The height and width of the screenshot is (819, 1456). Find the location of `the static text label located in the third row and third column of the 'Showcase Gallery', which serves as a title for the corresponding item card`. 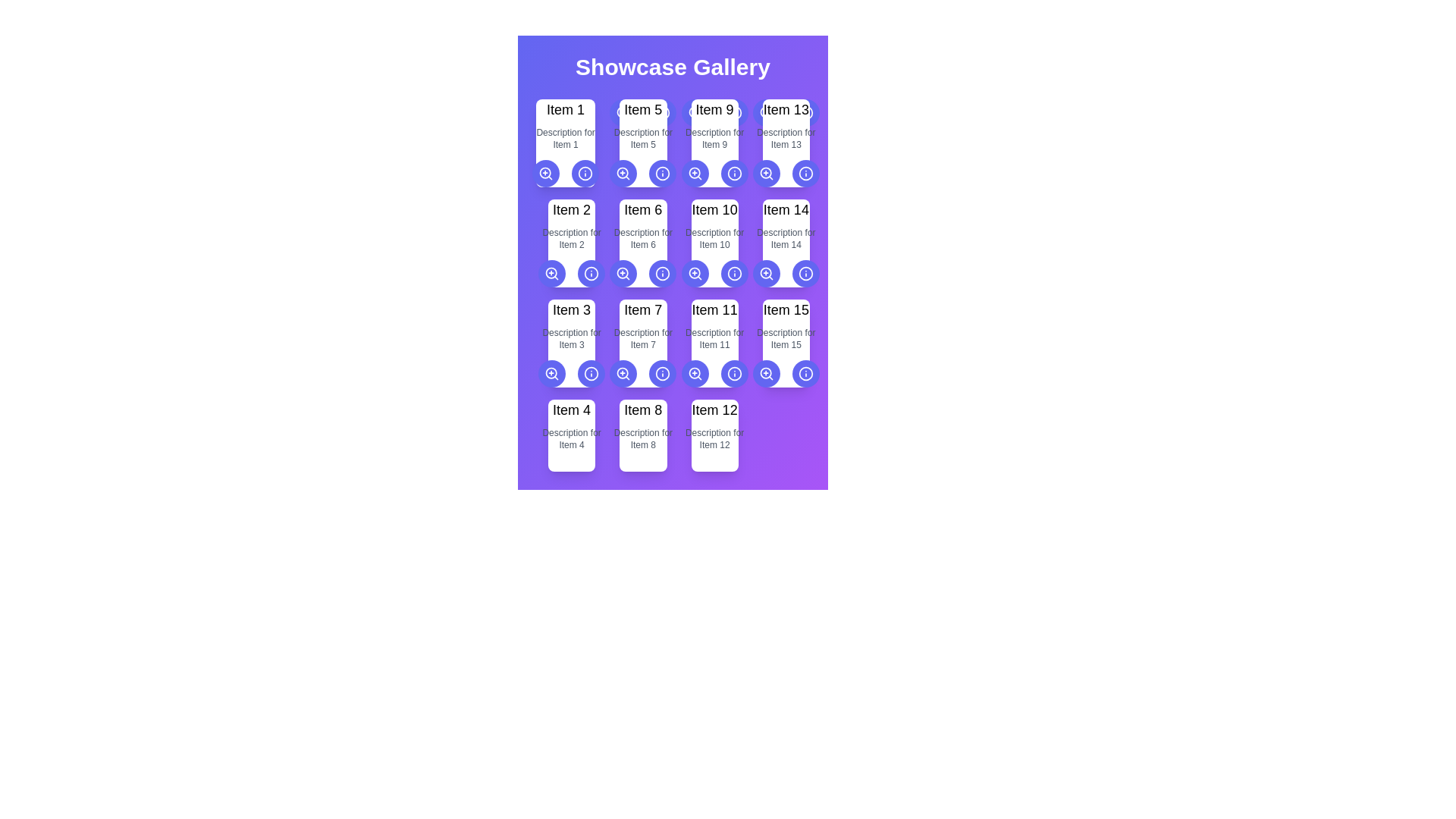

the static text label located in the third row and third column of the 'Showcase Gallery', which serves as a title for the corresponding item card is located at coordinates (714, 309).